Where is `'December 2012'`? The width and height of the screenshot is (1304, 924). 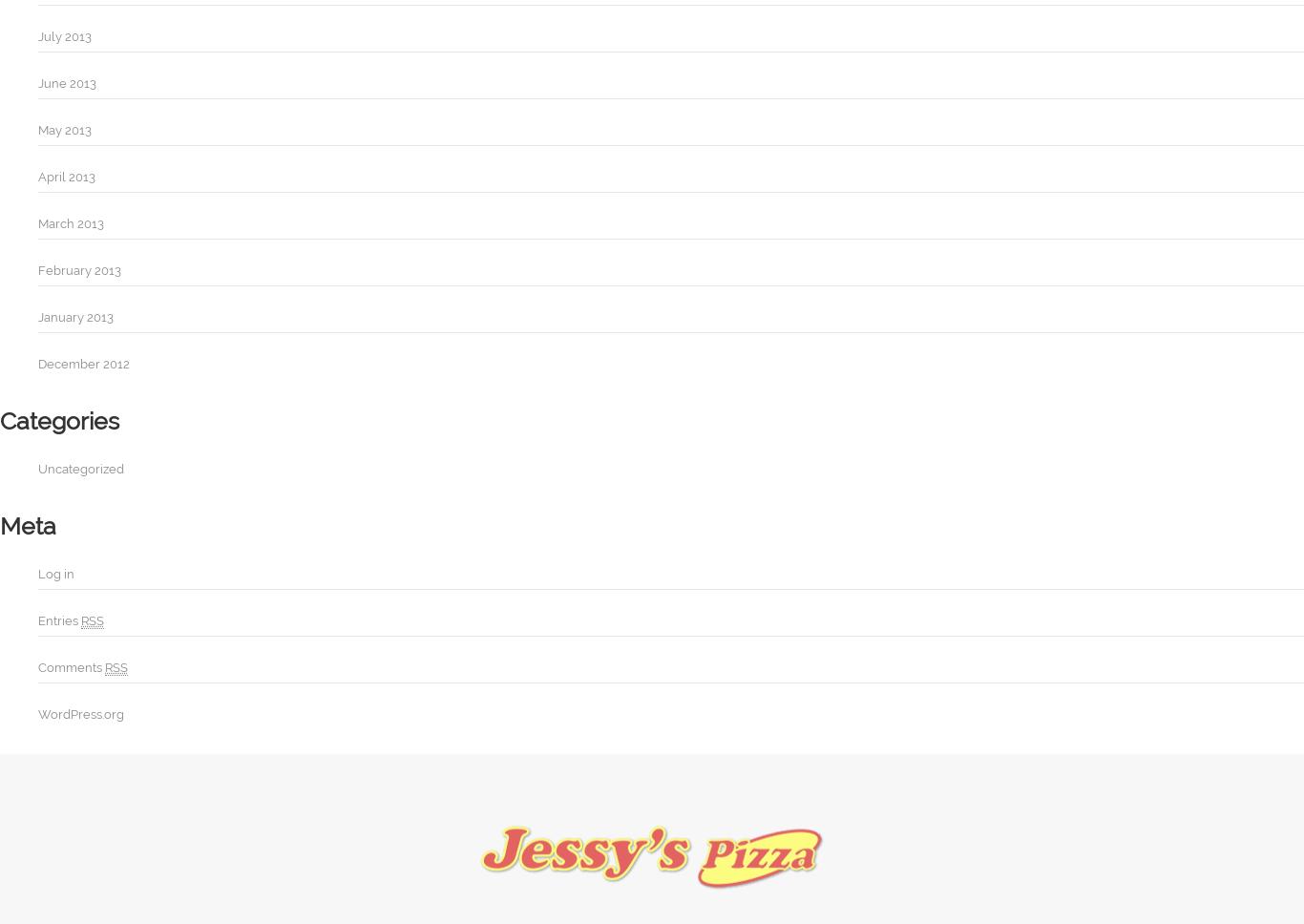
'December 2012' is located at coordinates (38, 363).